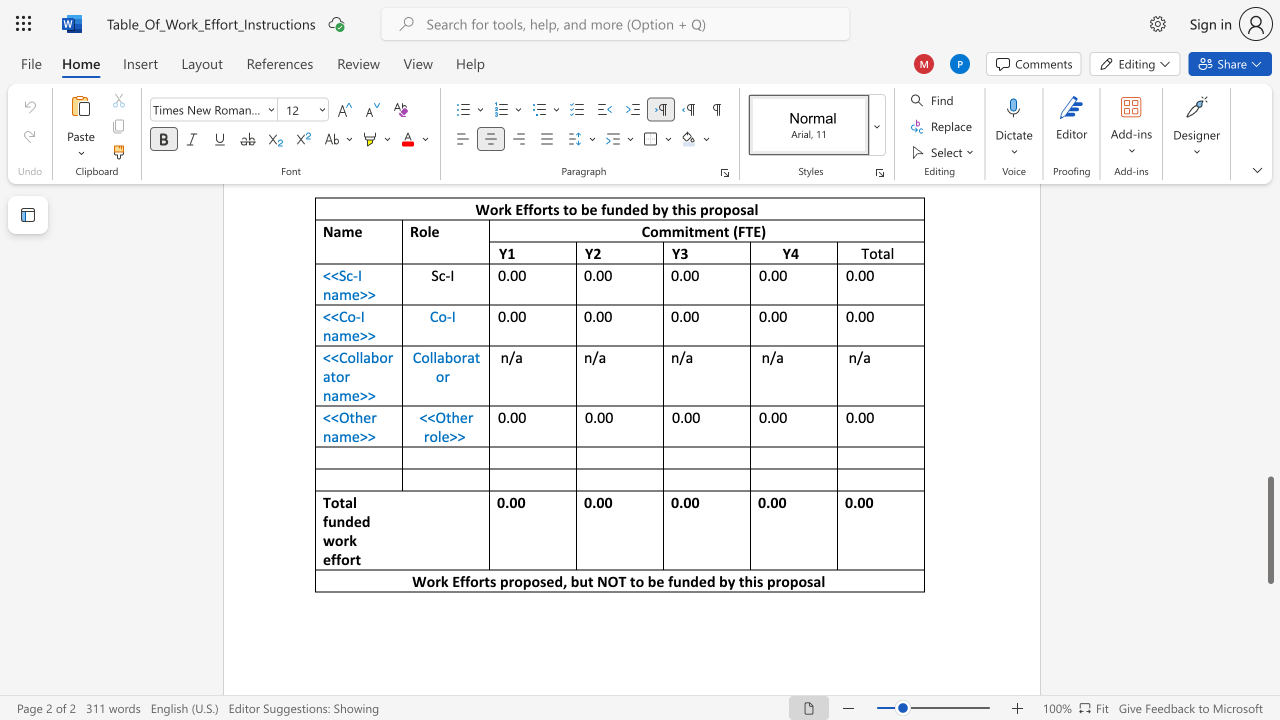  What do you see at coordinates (1269, 238) in the screenshot?
I see `the scrollbar to slide the page up` at bounding box center [1269, 238].